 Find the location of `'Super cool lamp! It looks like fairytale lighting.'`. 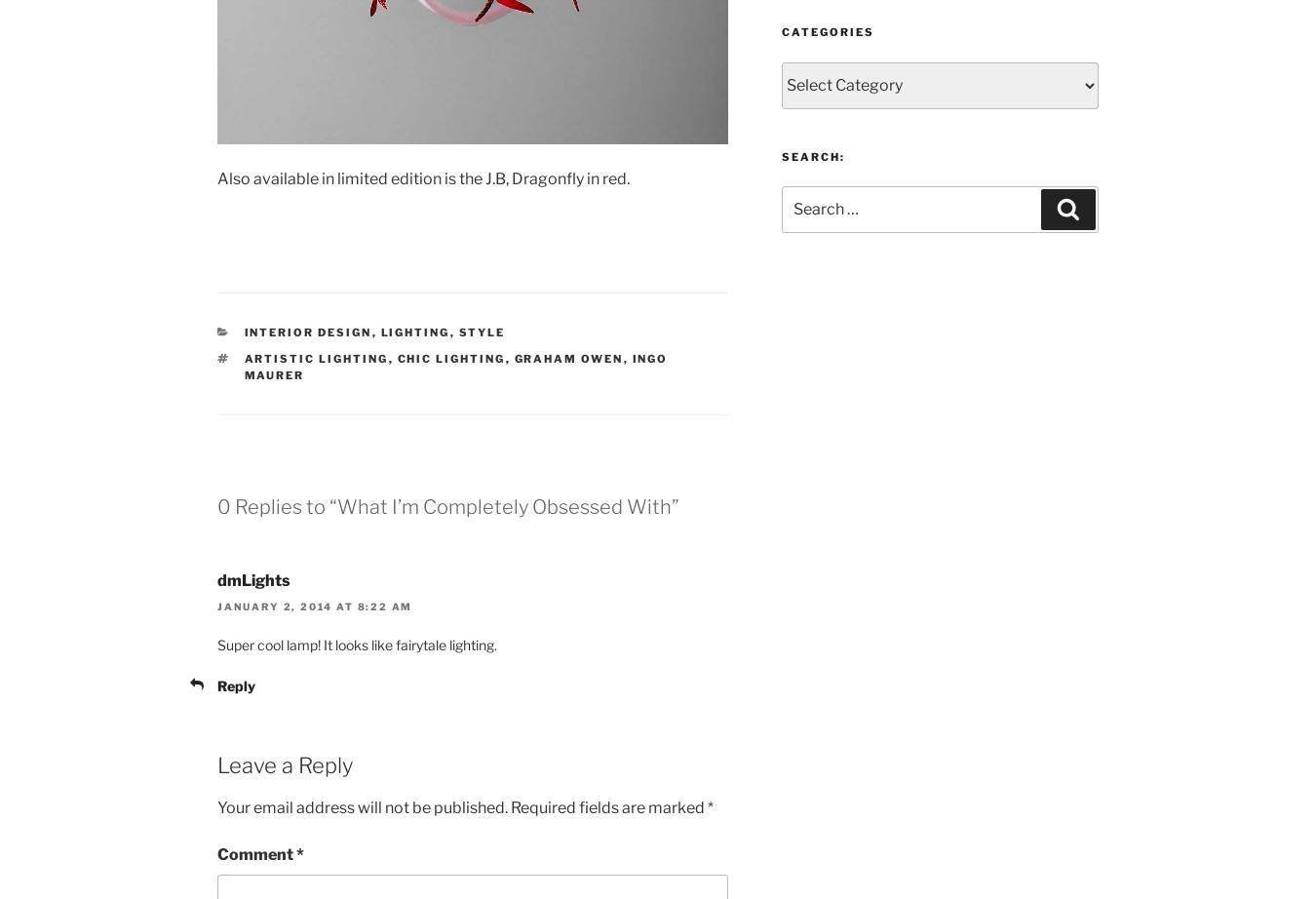

'Super cool lamp! It looks like fairytale lighting.' is located at coordinates (357, 644).